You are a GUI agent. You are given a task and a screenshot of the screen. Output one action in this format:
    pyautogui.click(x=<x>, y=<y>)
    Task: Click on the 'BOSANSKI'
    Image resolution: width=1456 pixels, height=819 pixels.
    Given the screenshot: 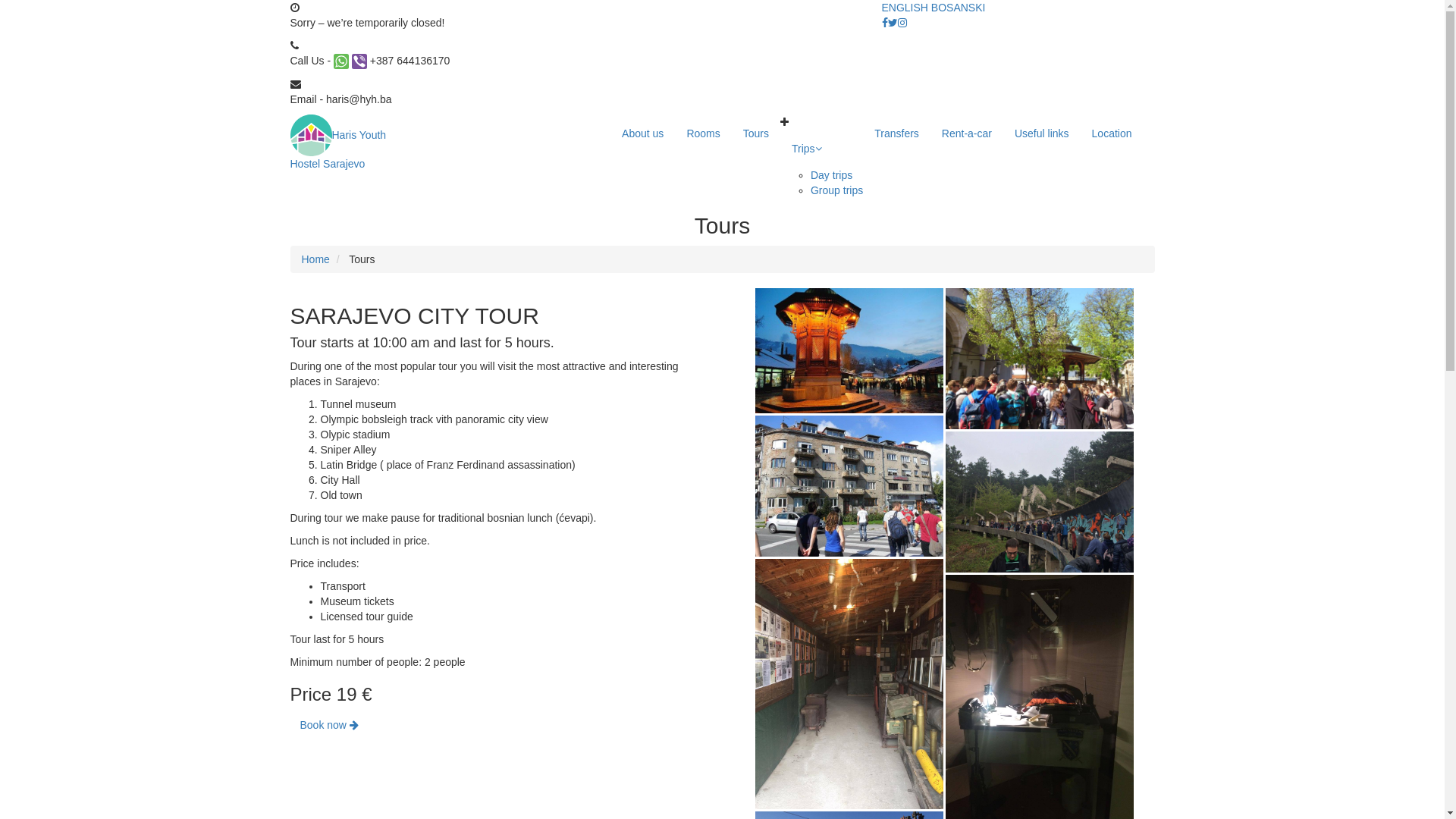 What is the action you would take?
    pyautogui.click(x=957, y=8)
    